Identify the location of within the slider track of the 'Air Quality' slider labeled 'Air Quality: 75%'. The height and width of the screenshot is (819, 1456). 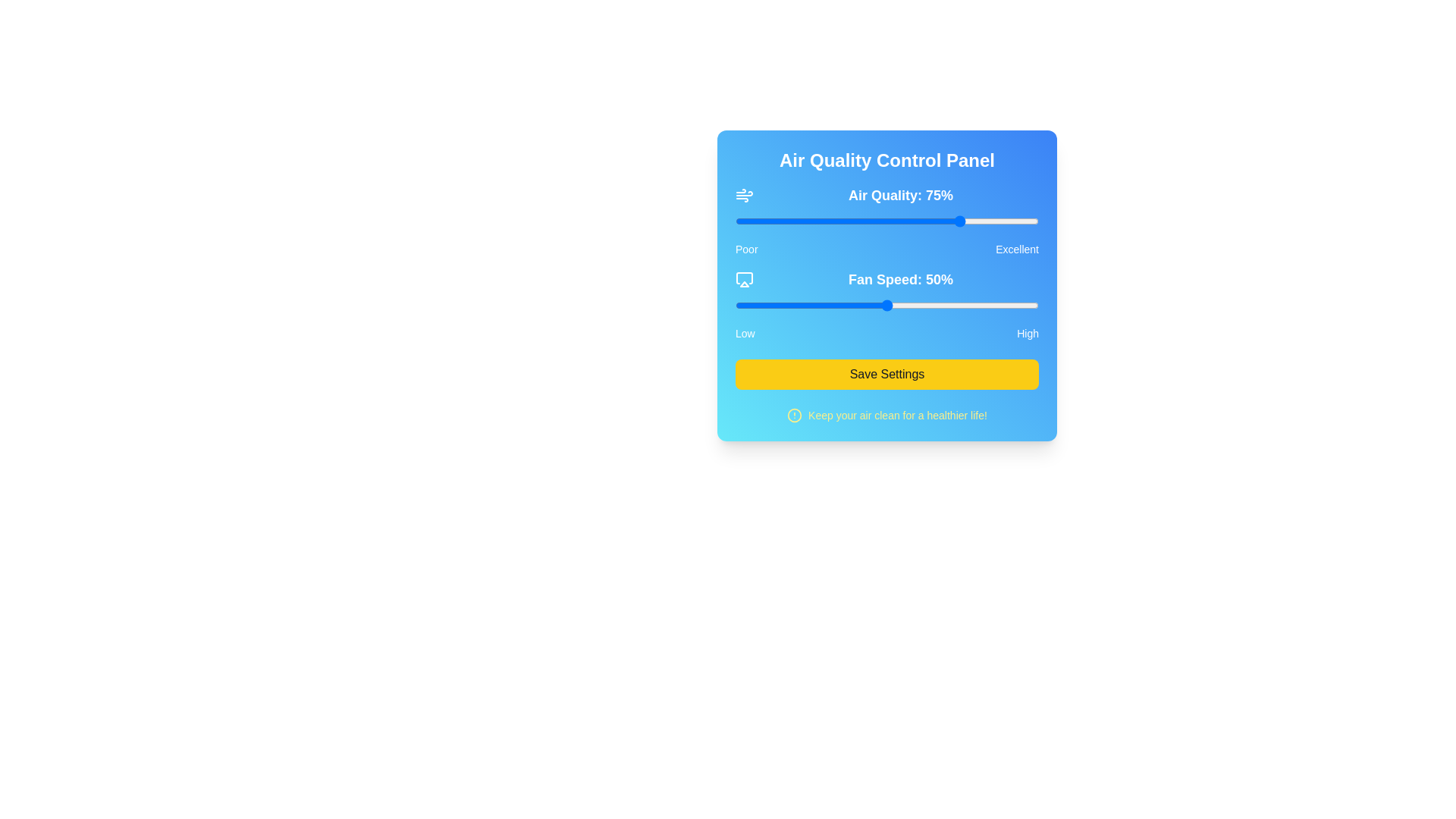
(887, 262).